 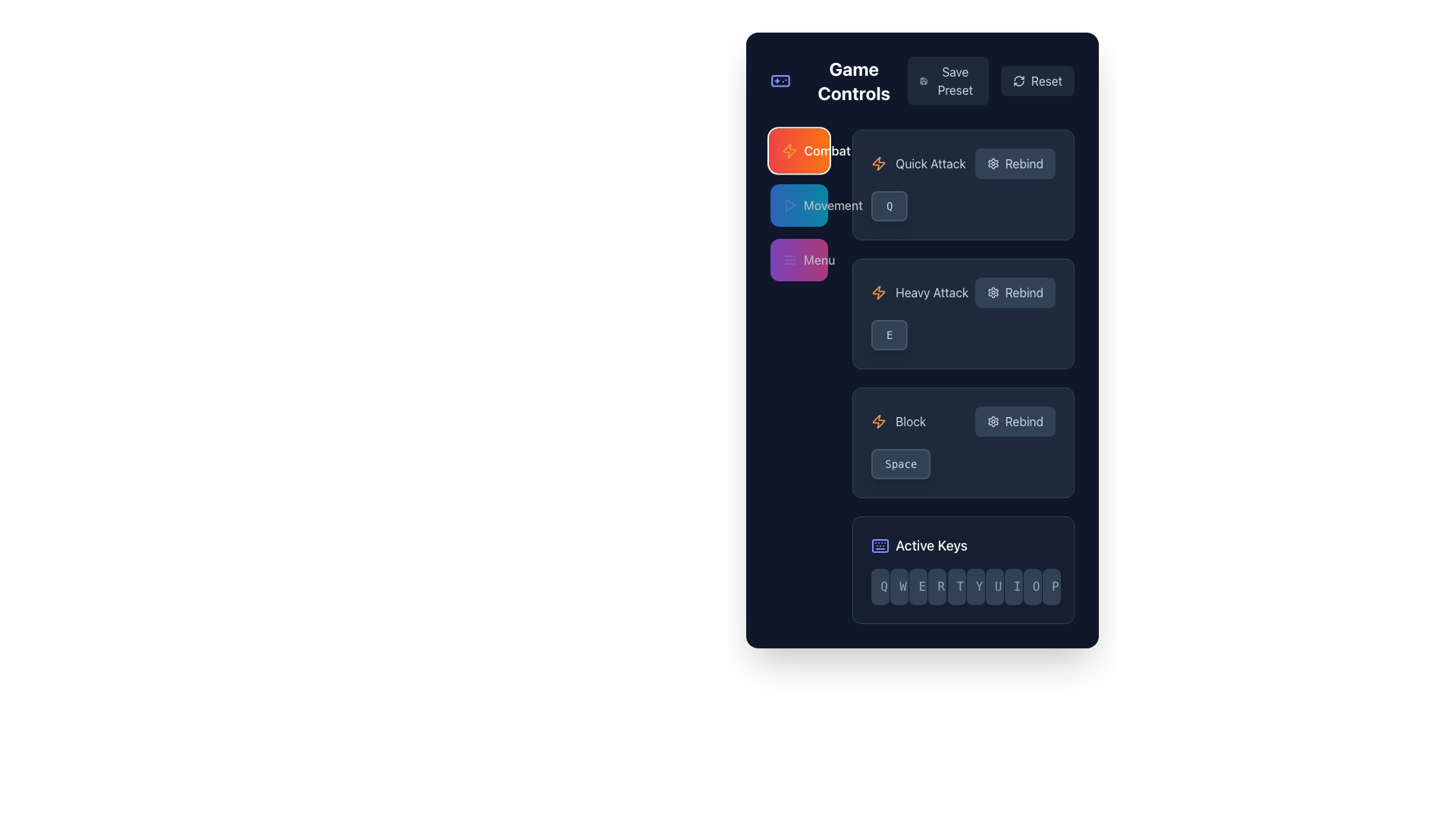 I want to click on the grid layout element displaying the text 'QWERTYUIOP' in the 'Active Keys' section, so click(x=962, y=586).